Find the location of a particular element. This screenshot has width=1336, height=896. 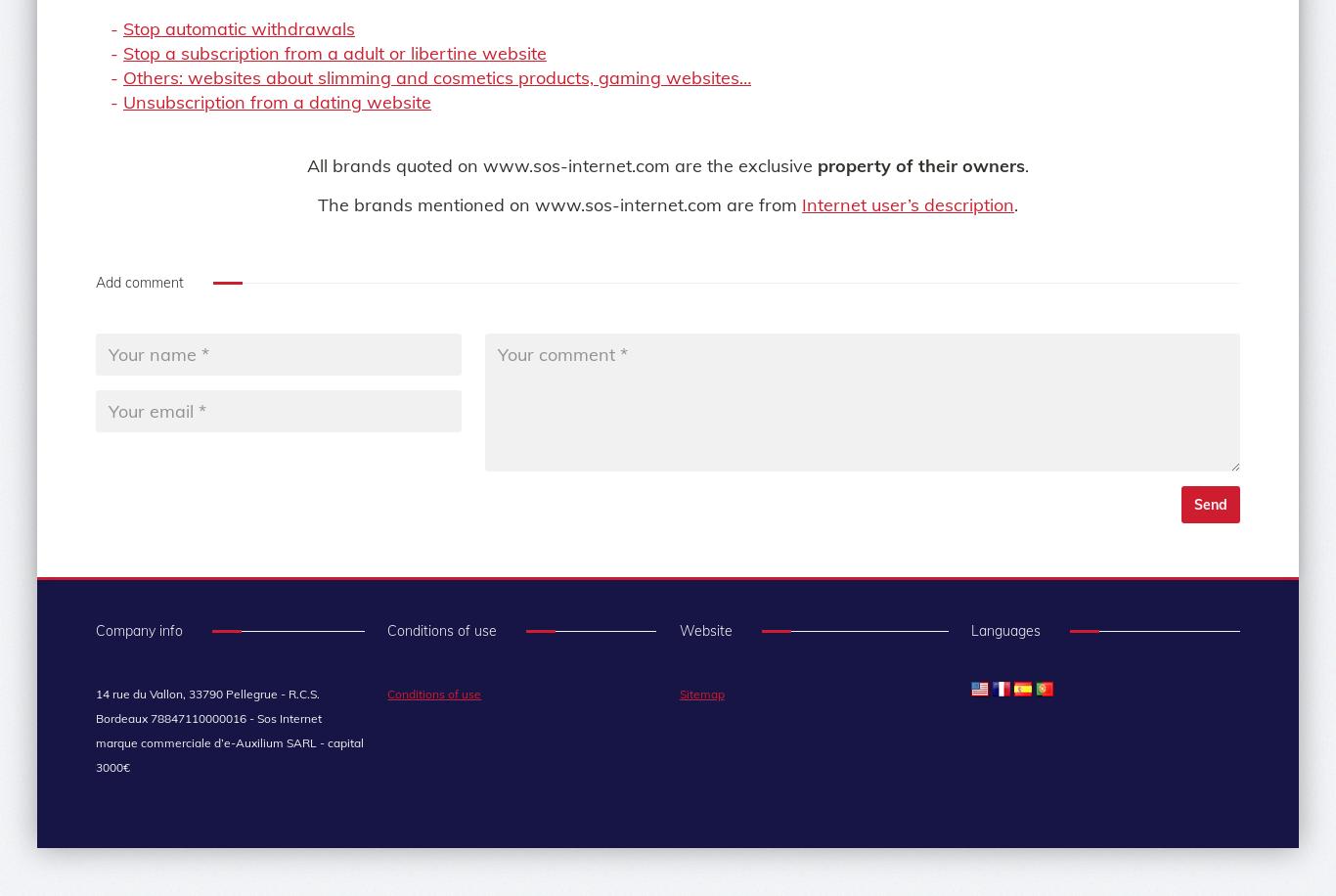

'The brands mentioned on www.sos-internet.com are from' is located at coordinates (558, 203).